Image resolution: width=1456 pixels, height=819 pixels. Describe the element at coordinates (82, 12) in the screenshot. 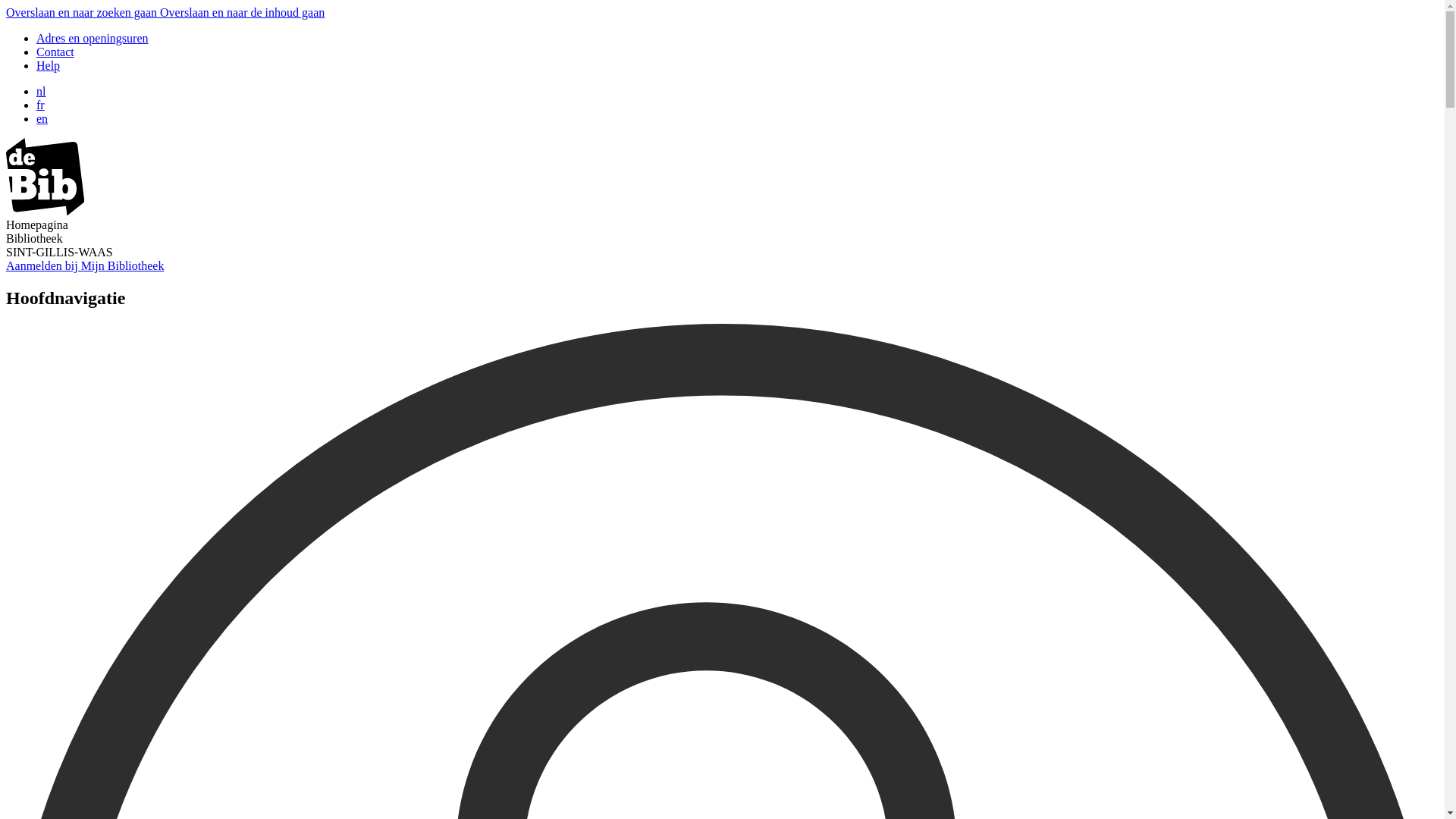

I see `'Overslaan en naar zoeken gaan'` at that location.